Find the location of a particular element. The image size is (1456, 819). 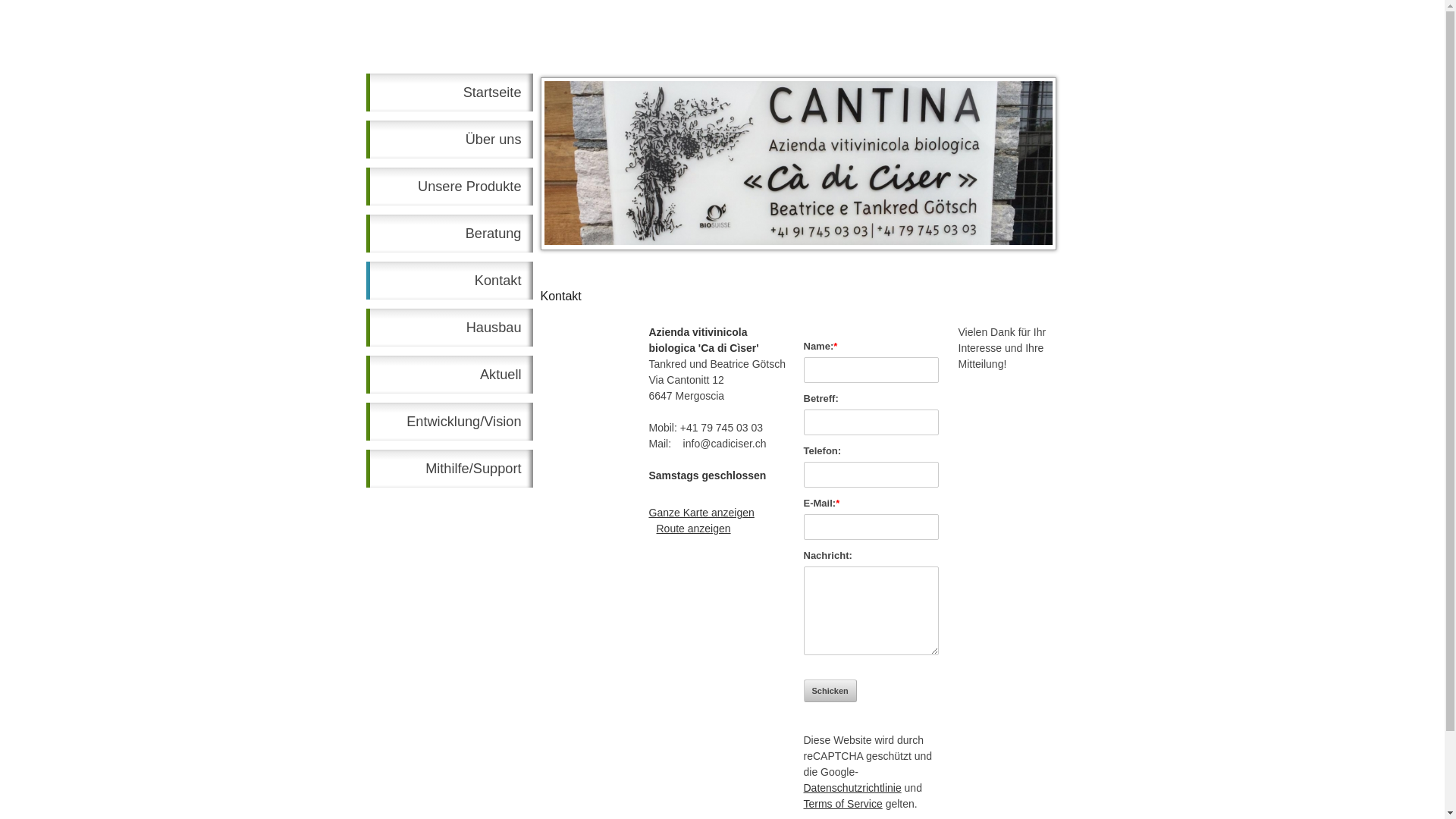

'Mithilfe/Support' is located at coordinates (447, 467).